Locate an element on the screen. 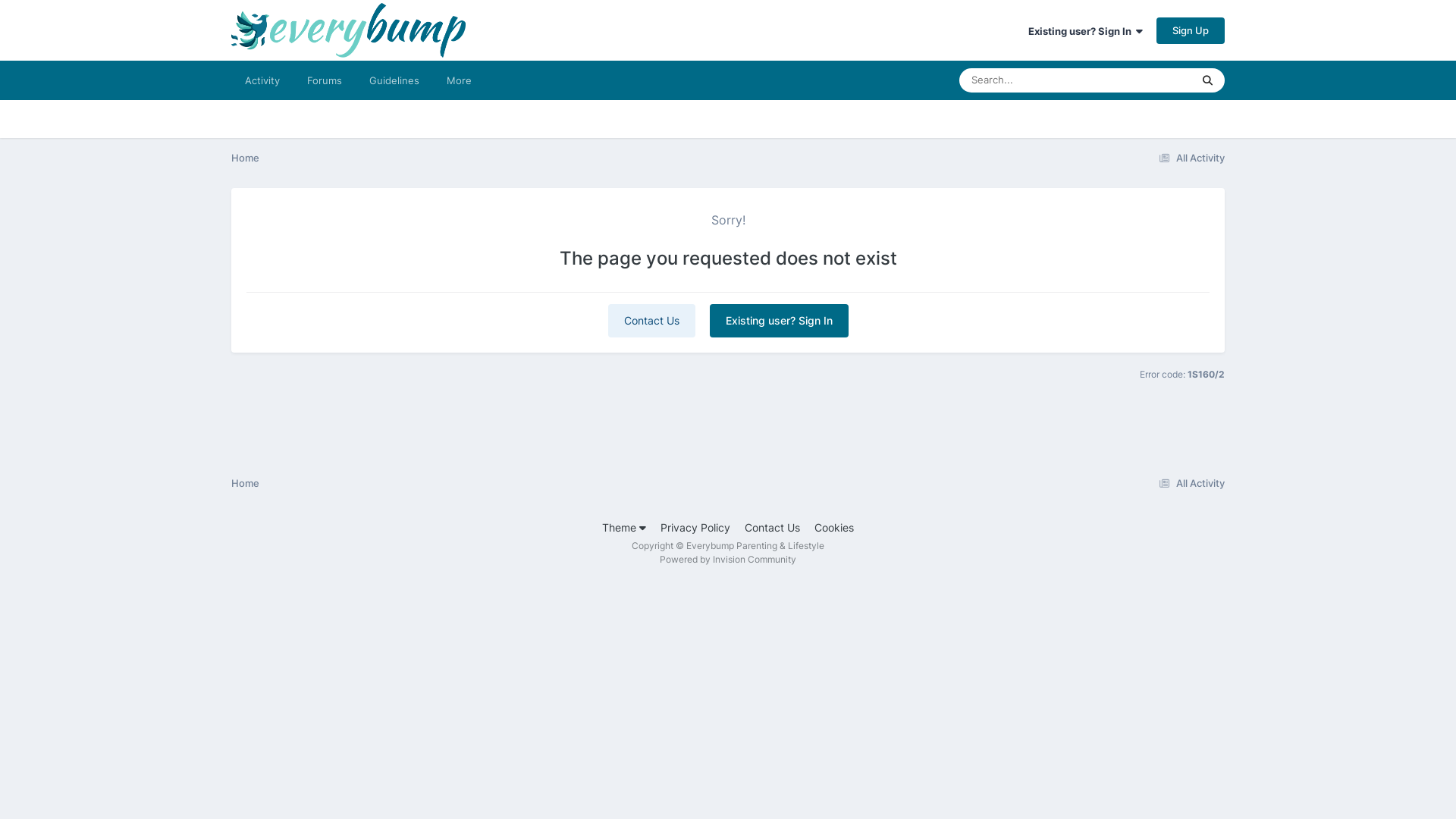 The image size is (1456, 819). 'All Activity' is located at coordinates (1188, 482).